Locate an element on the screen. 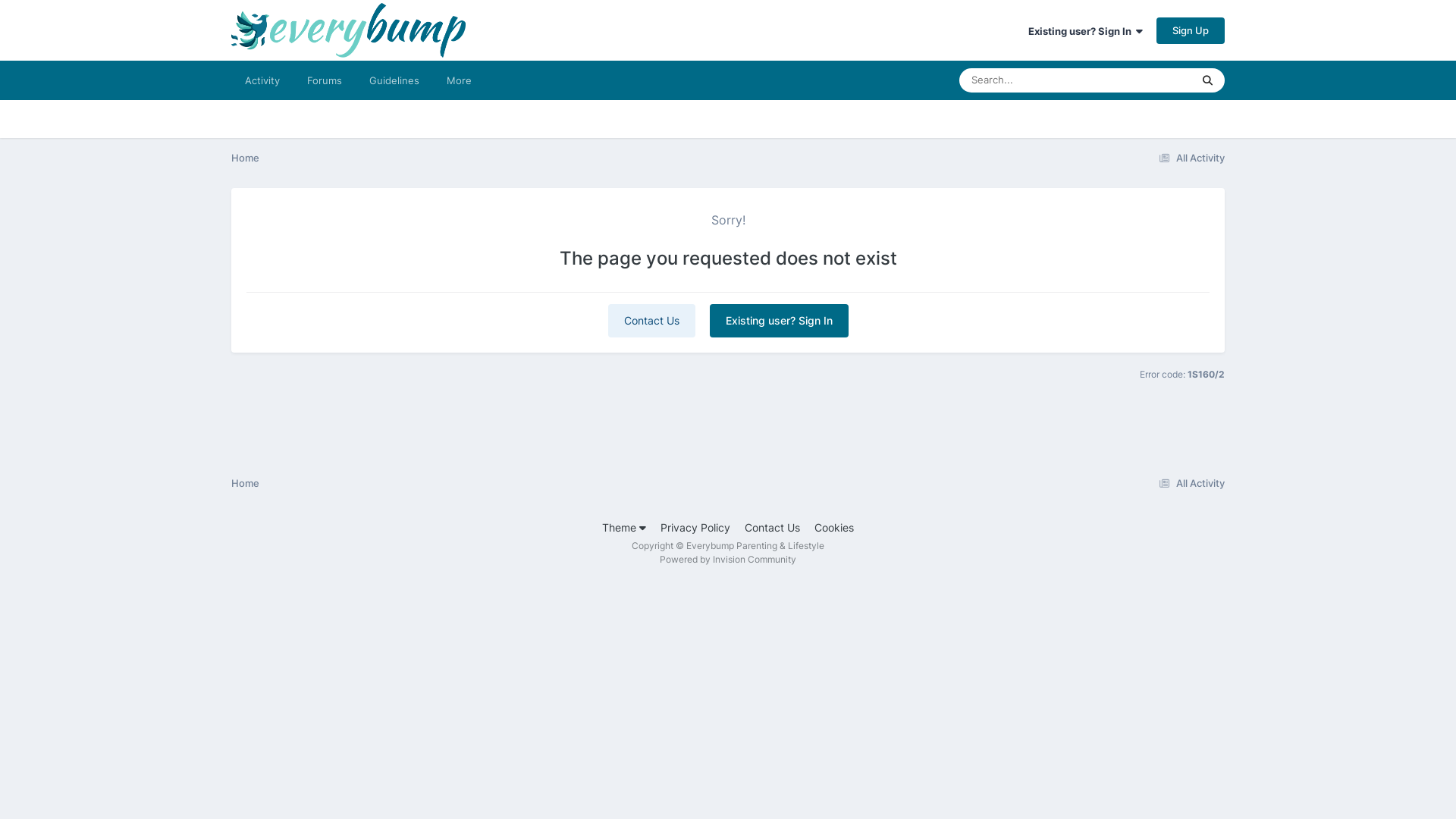 The image size is (1456, 819). 'All Activity' is located at coordinates (1188, 482).